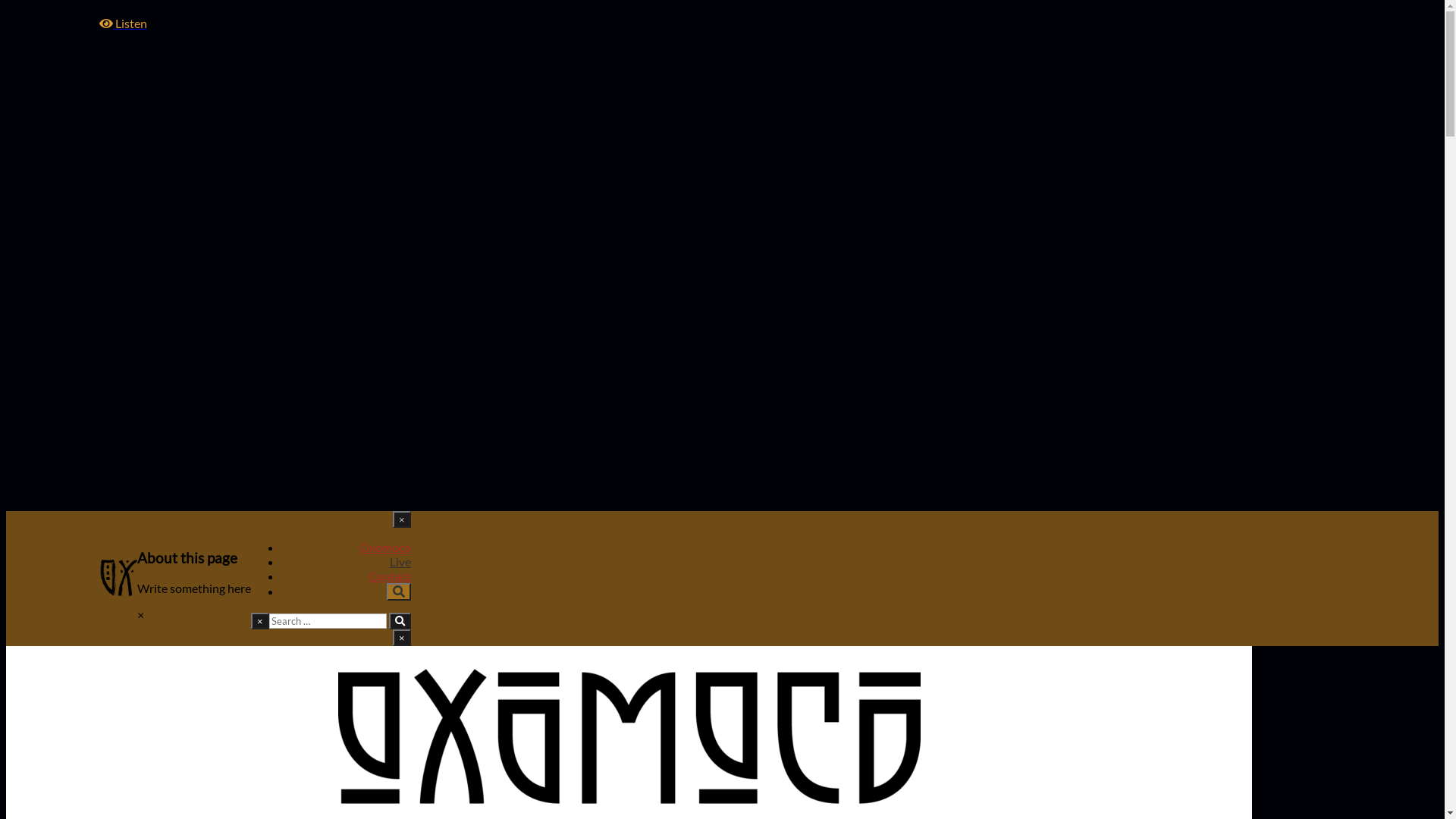  I want to click on 'Listen', so click(123, 23).